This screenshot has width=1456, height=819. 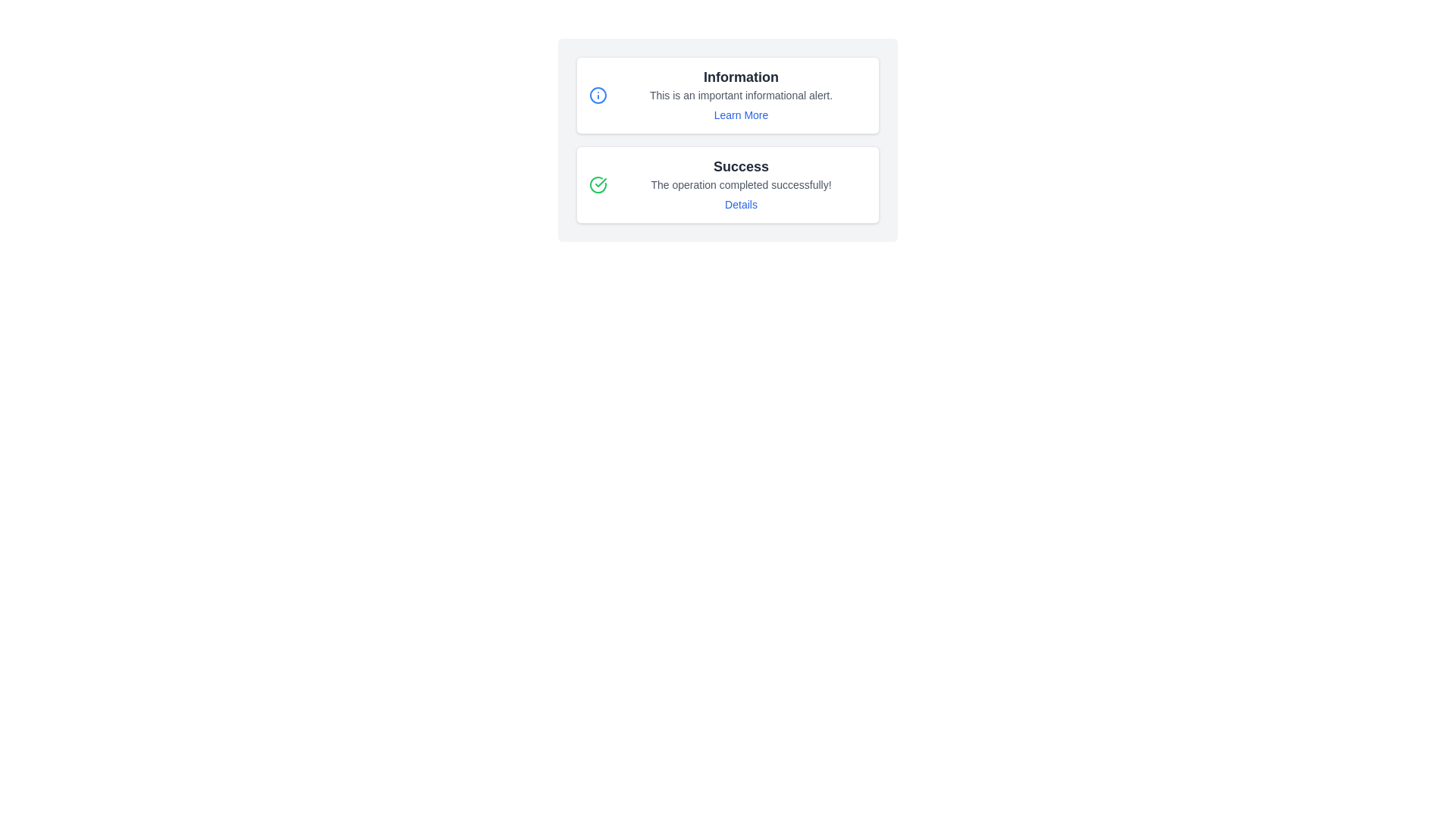 I want to click on the circular SVG icon that is part of the 'Information' label, located to the left of the text content and next to the 'Learn More' link, so click(x=597, y=96).